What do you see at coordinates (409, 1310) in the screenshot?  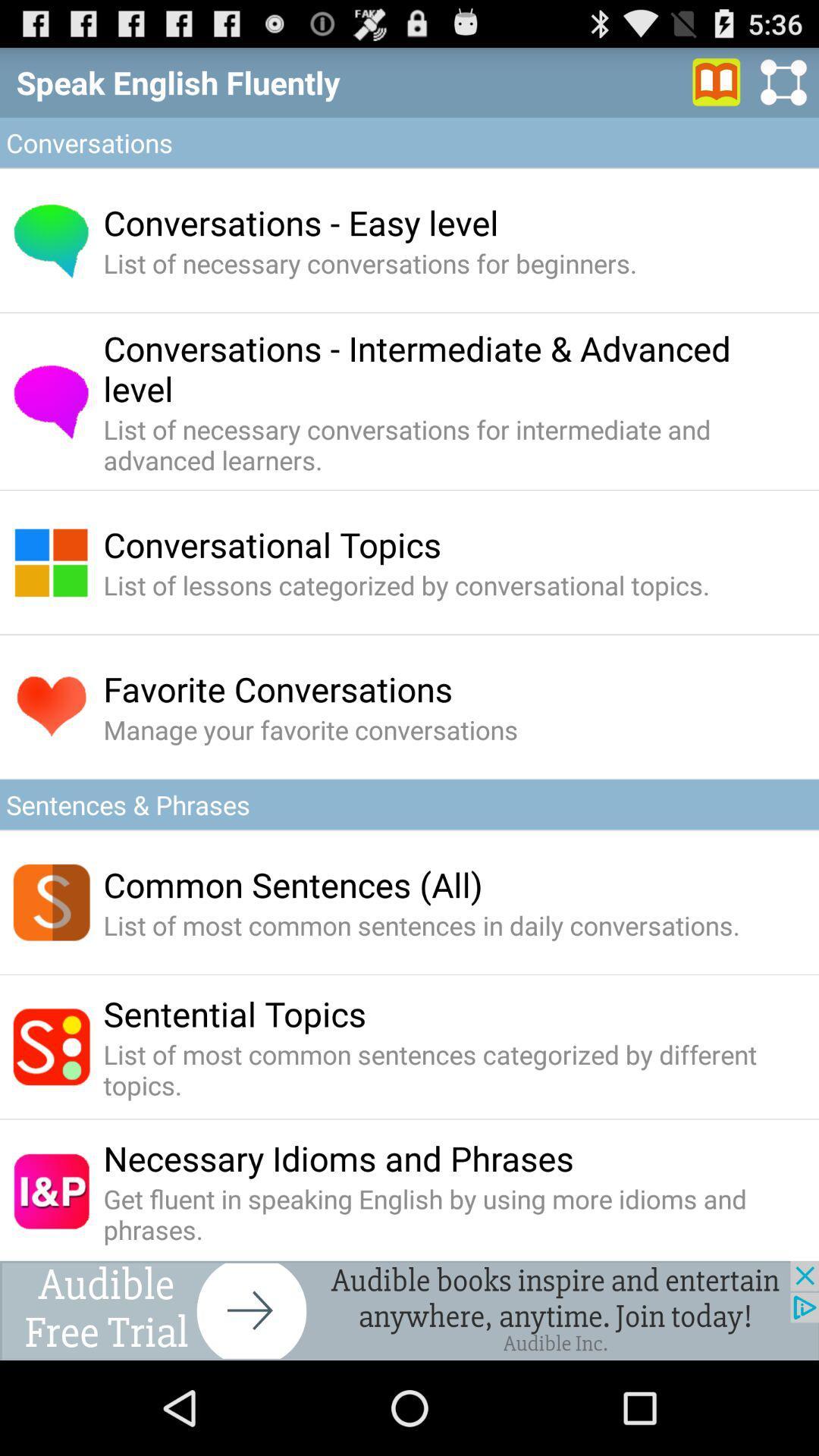 I see `advertisement link` at bounding box center [409, 1310].